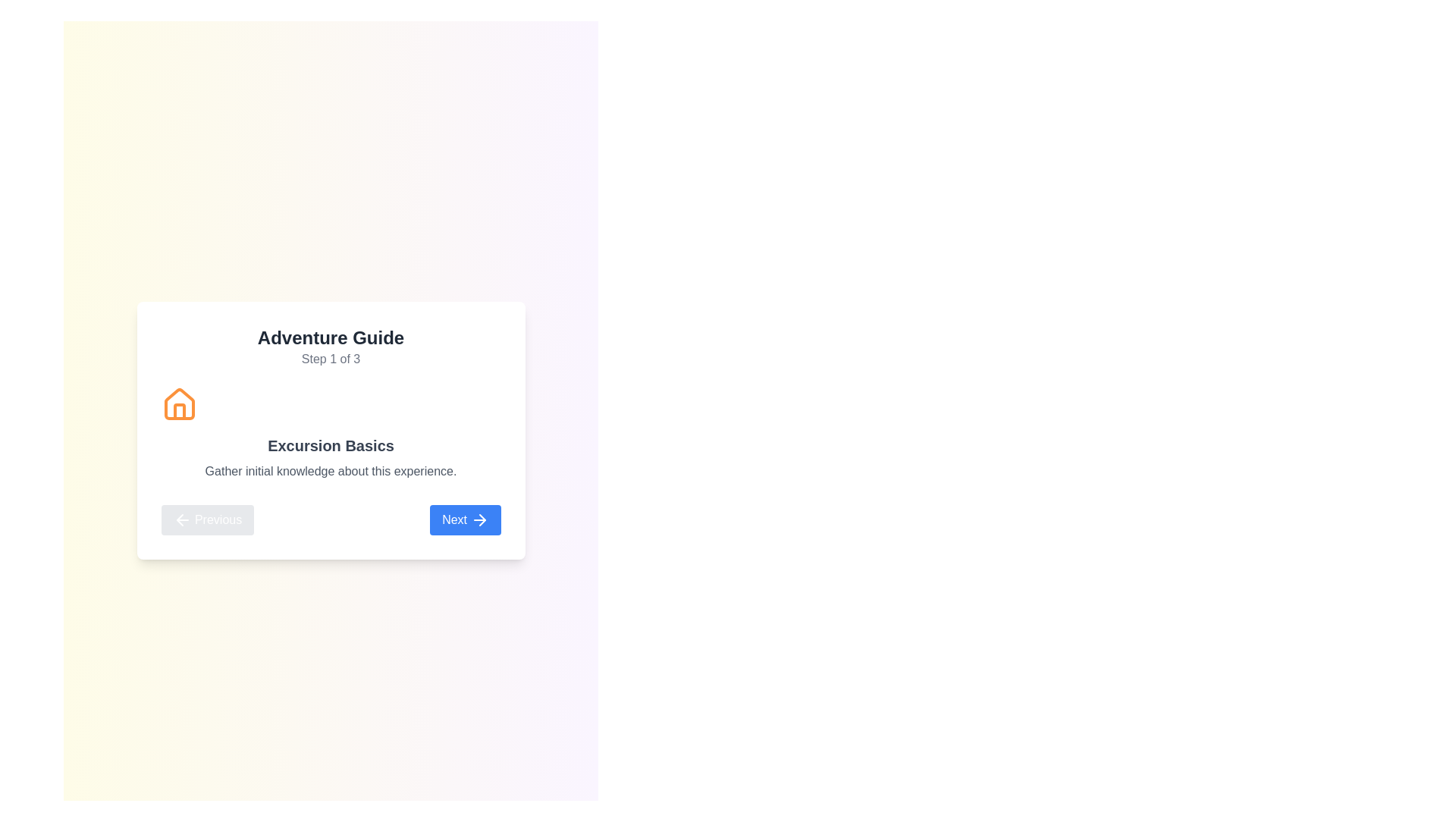 This screenshot has width=1456, height=819. I want to click on header text displayed at the top of the white card interface, which shows 'Adventure Guide' in bold and 'Step 1 of 3' below it in gray, so click(330, 347).